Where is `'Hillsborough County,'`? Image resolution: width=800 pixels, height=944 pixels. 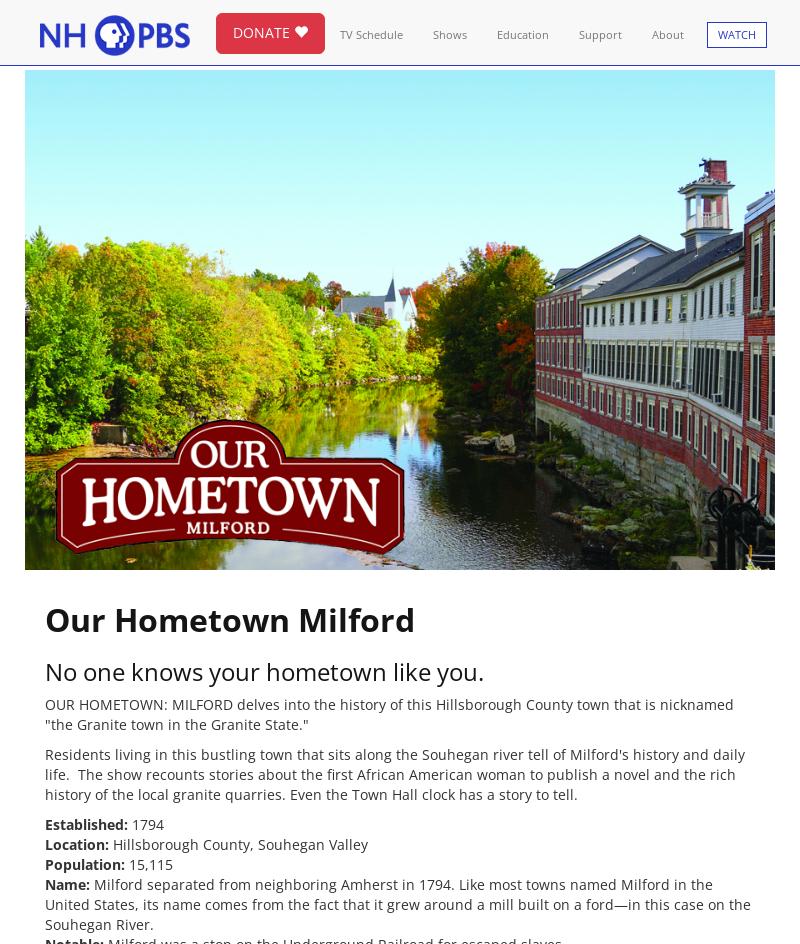 'Hillsborough County,' is located at coordinates (184, 843).